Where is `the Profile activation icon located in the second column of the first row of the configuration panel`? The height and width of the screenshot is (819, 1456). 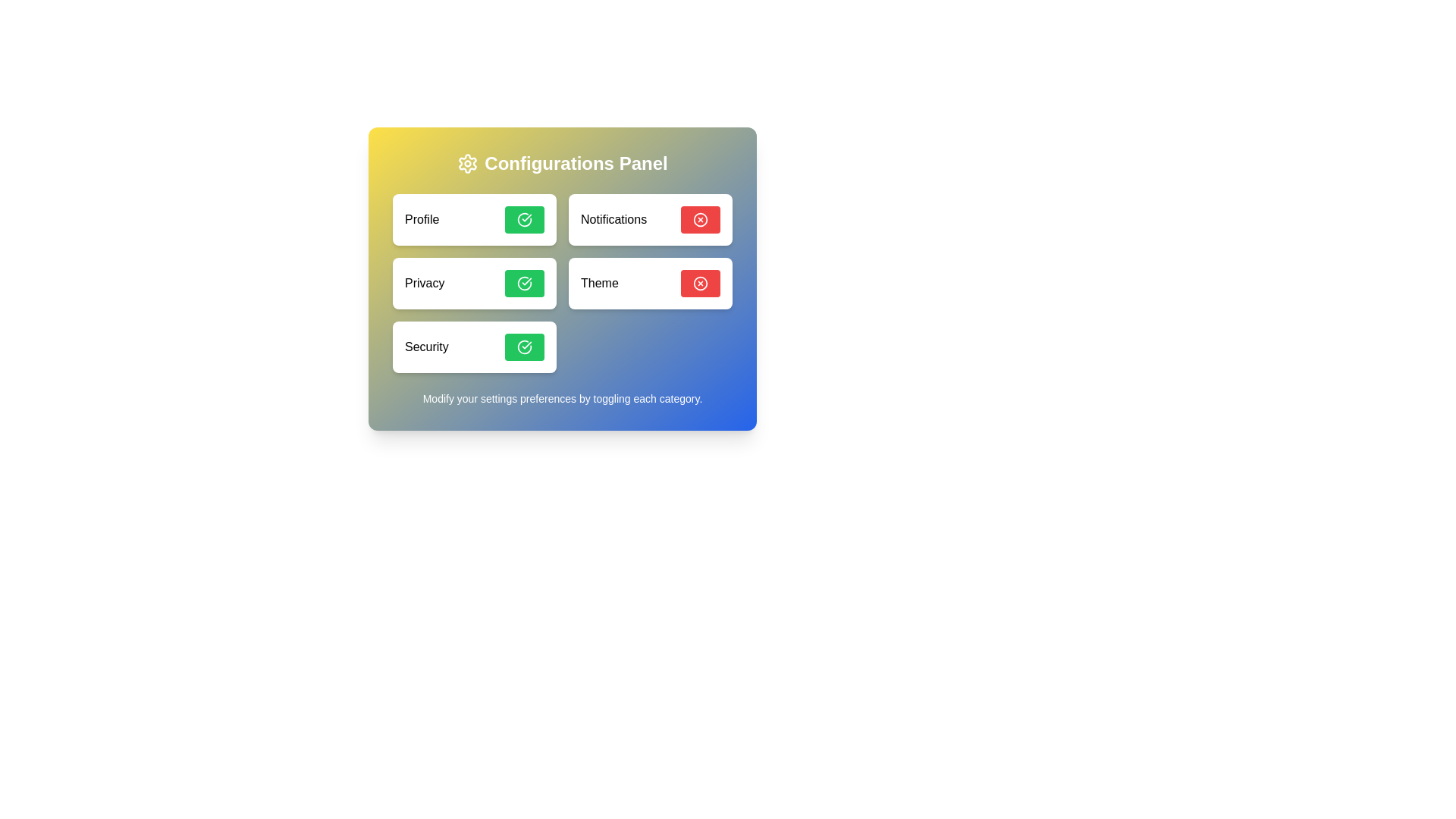 the Profile activation icon located in the second column of the first row of the configuration panel is located at coordinates (524, 219).